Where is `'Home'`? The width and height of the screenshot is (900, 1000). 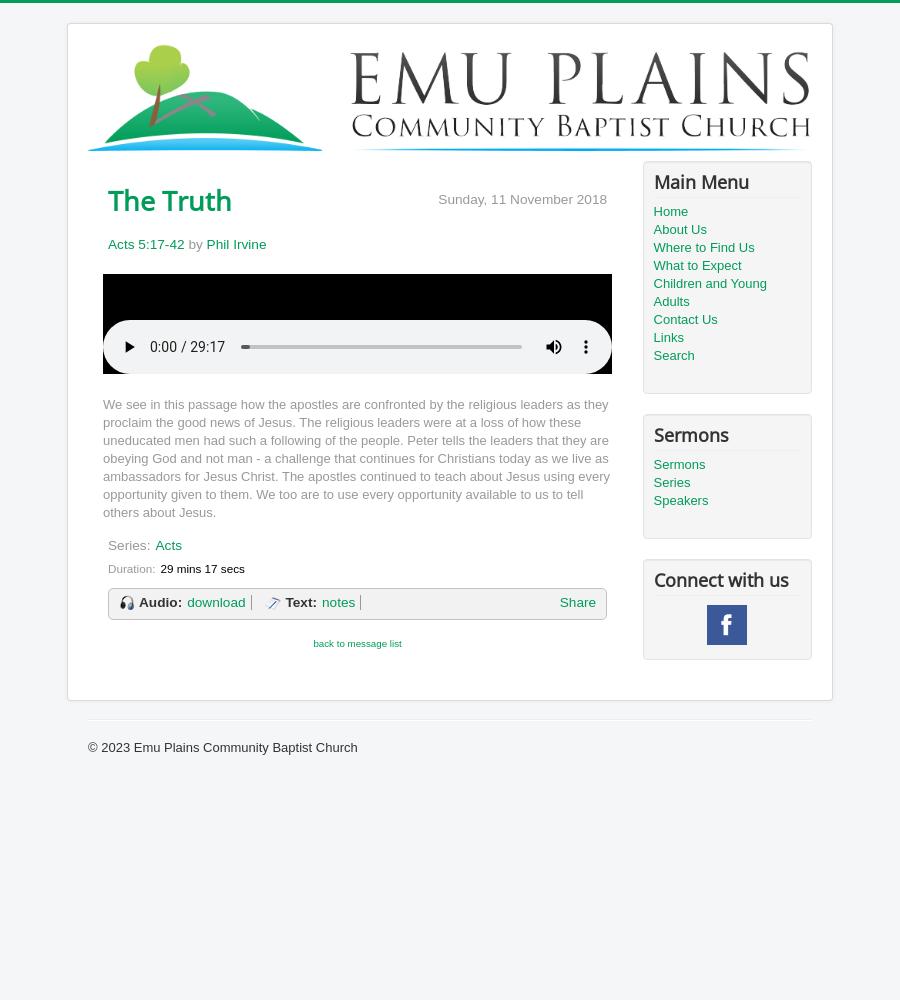
'Home' is located at coordinates (670, 210).